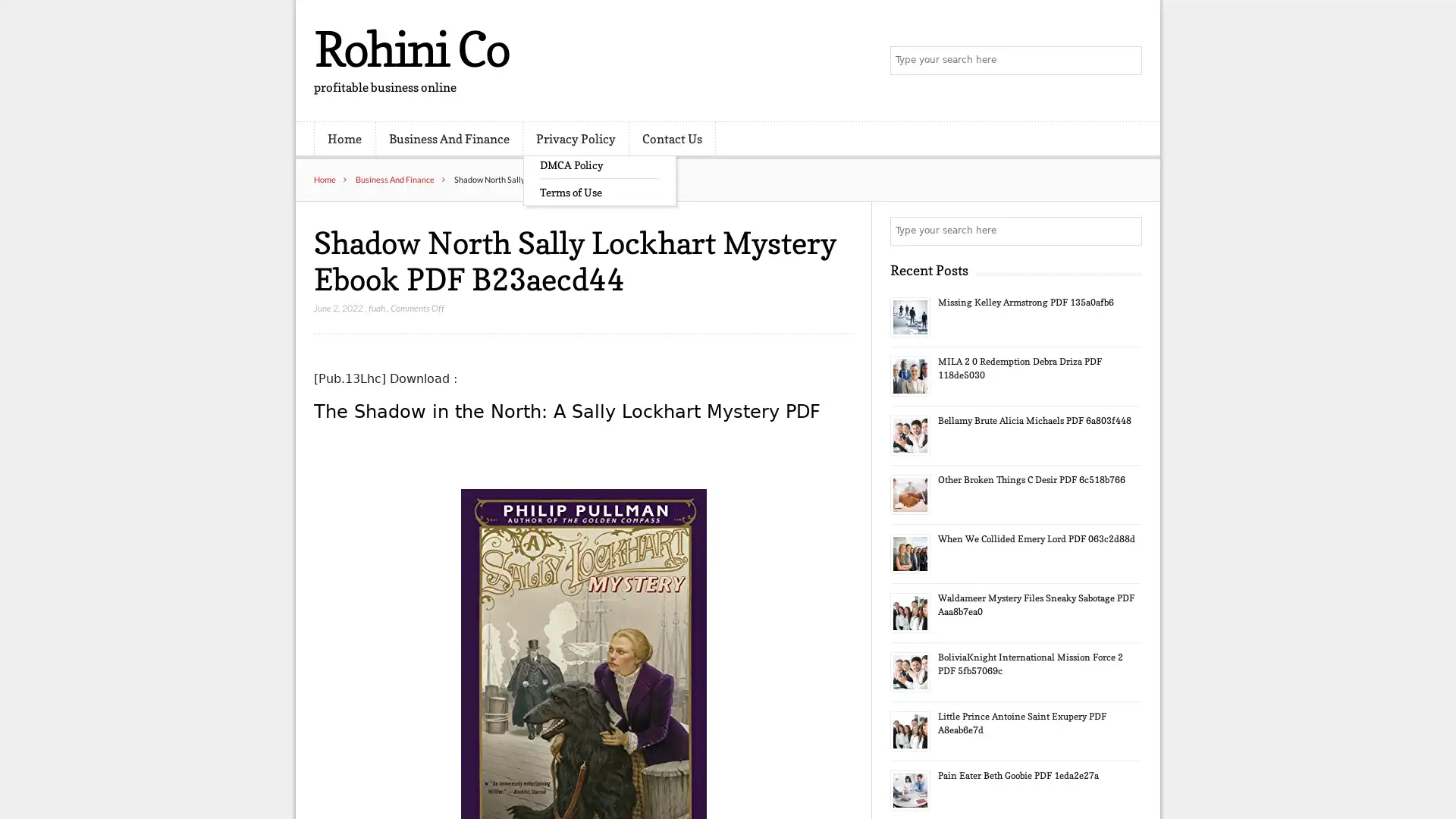  What do you see at coordinates (1126, 61) in the screenshot?
I see `Search` at bounding box center [1126, 61].